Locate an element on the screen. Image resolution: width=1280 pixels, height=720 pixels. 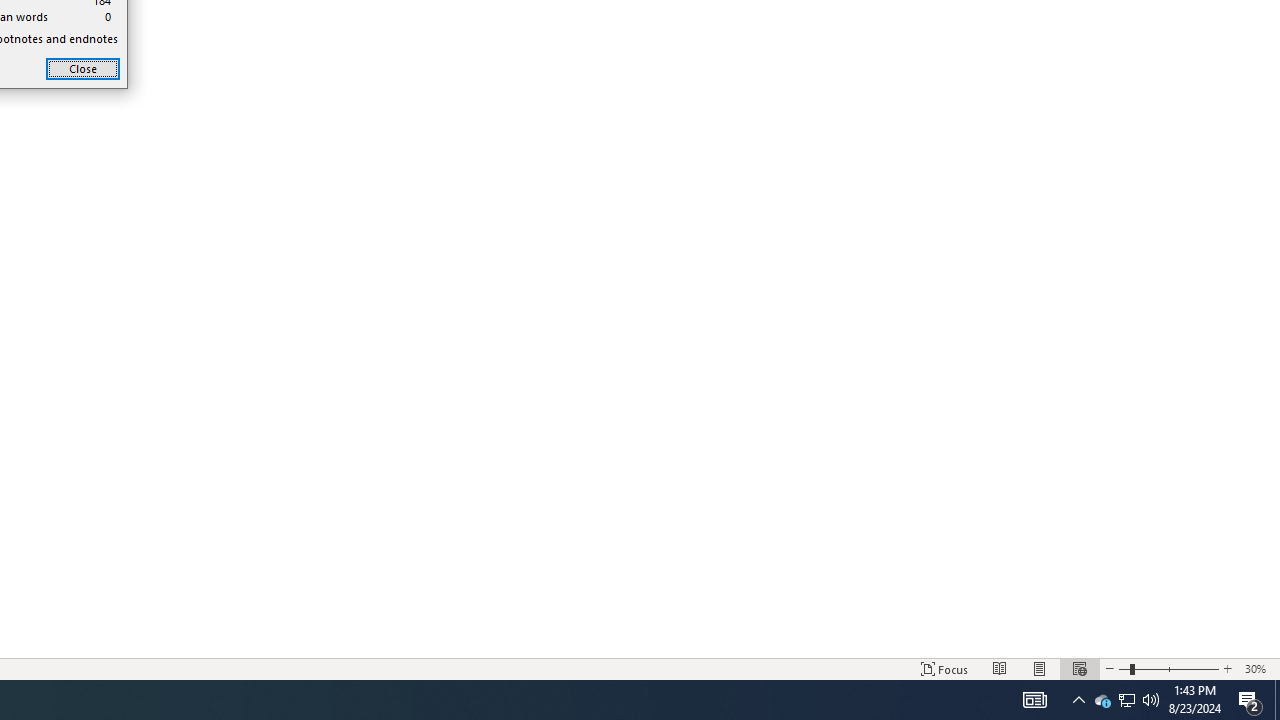
'Zoom' is located at coordinates (1168, 669).